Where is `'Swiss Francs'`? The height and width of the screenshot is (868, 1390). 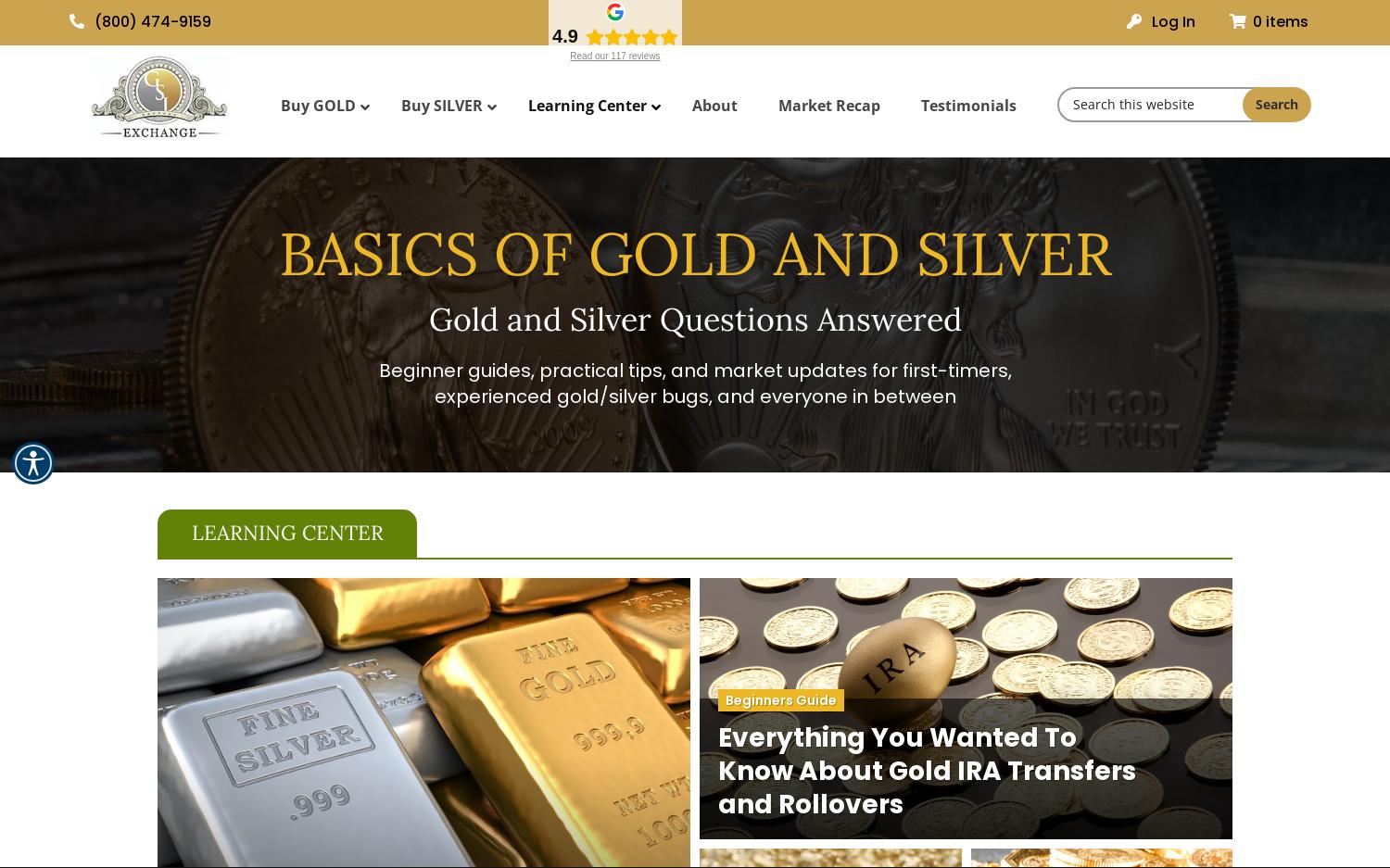 'Swiss Francs' is located at coordinates (1046, 323).